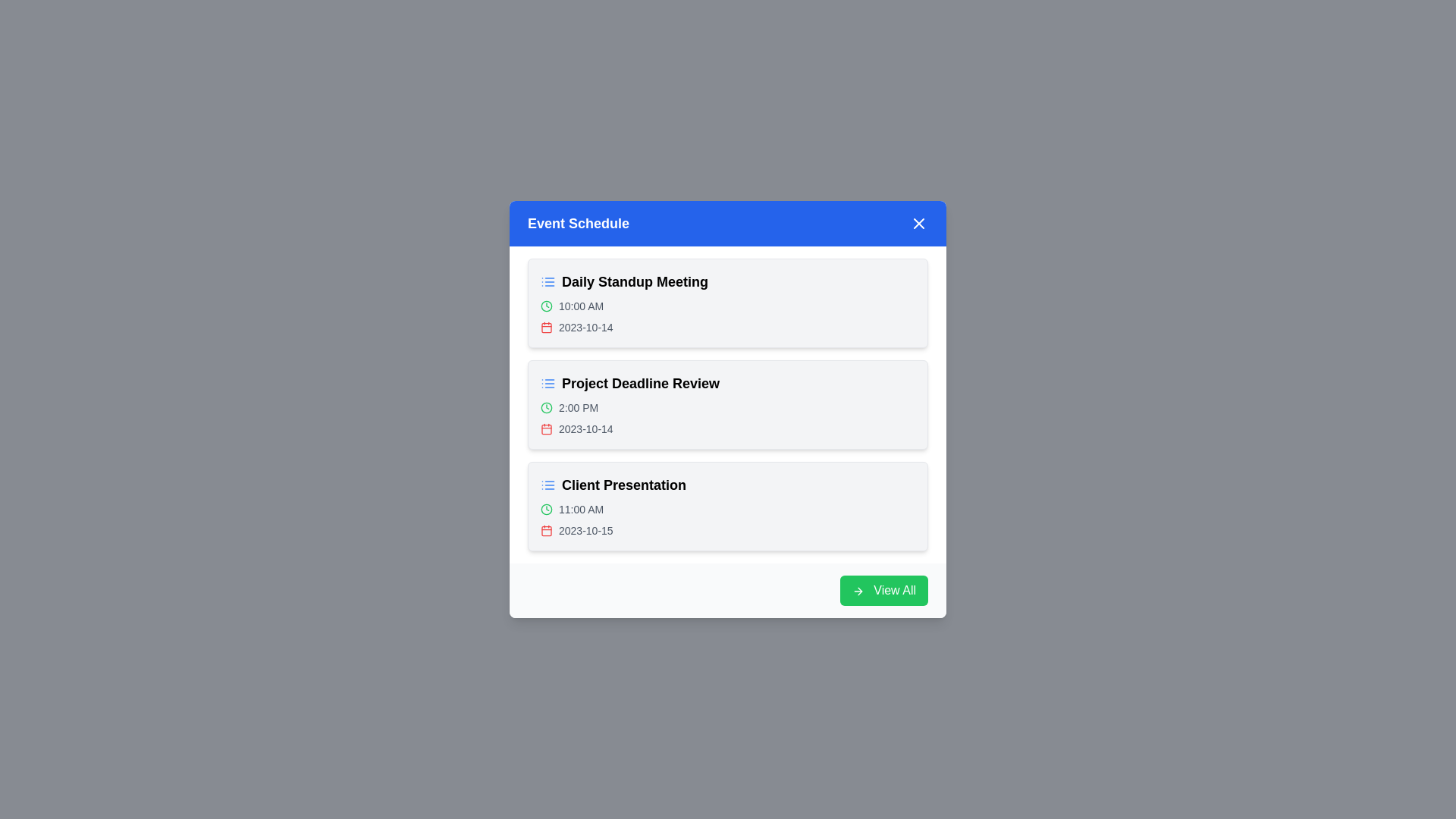 This screenshot has height=819, width=1456. I want to click on the Time display indicating the scheduled time for the 'Daily Standup Meeting' event, which is located within the event card below the title and above the date '2023-10-14', so click(728, 306).